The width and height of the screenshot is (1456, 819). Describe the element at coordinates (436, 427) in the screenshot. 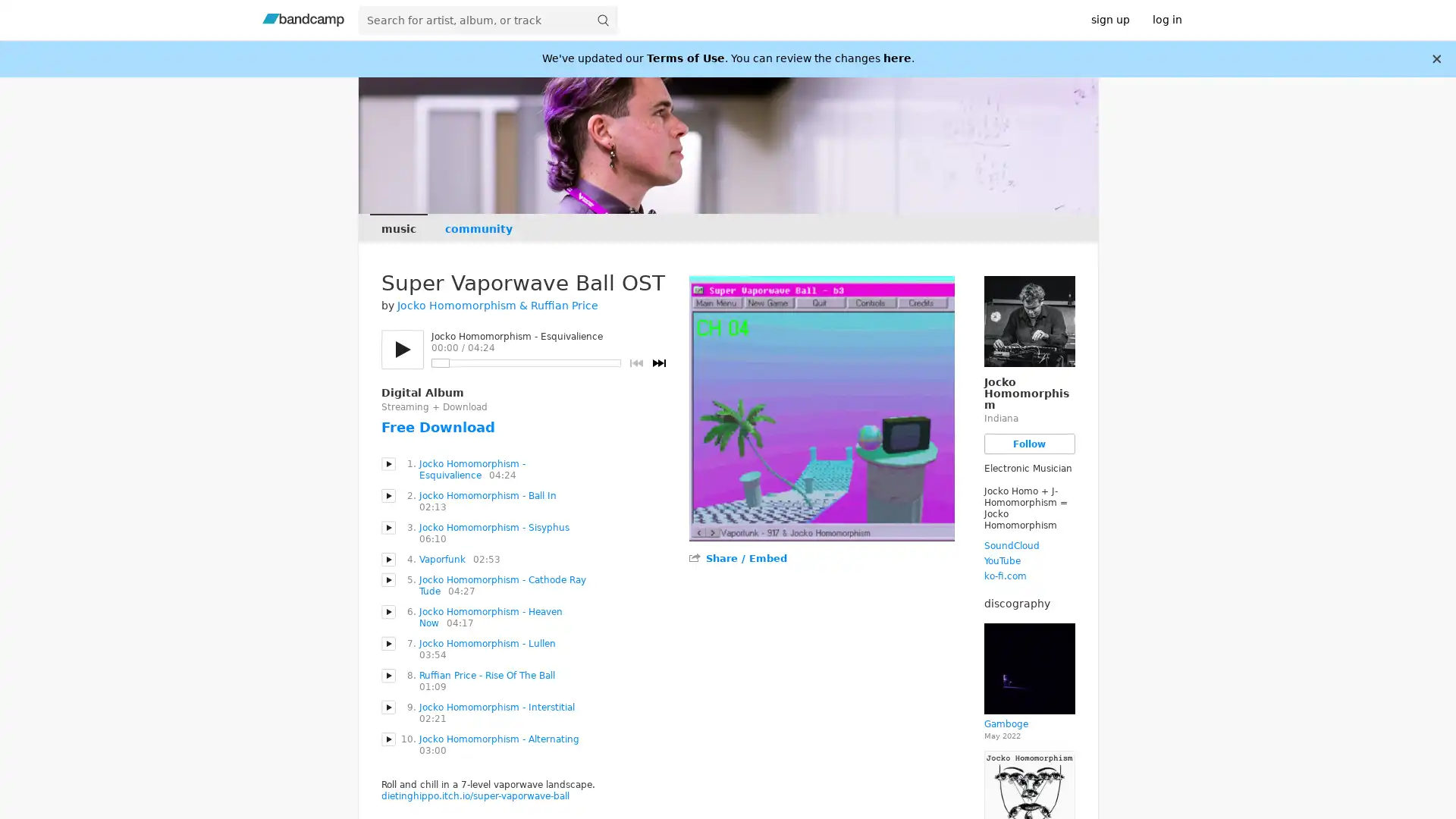

I see `Free Download` at that location.